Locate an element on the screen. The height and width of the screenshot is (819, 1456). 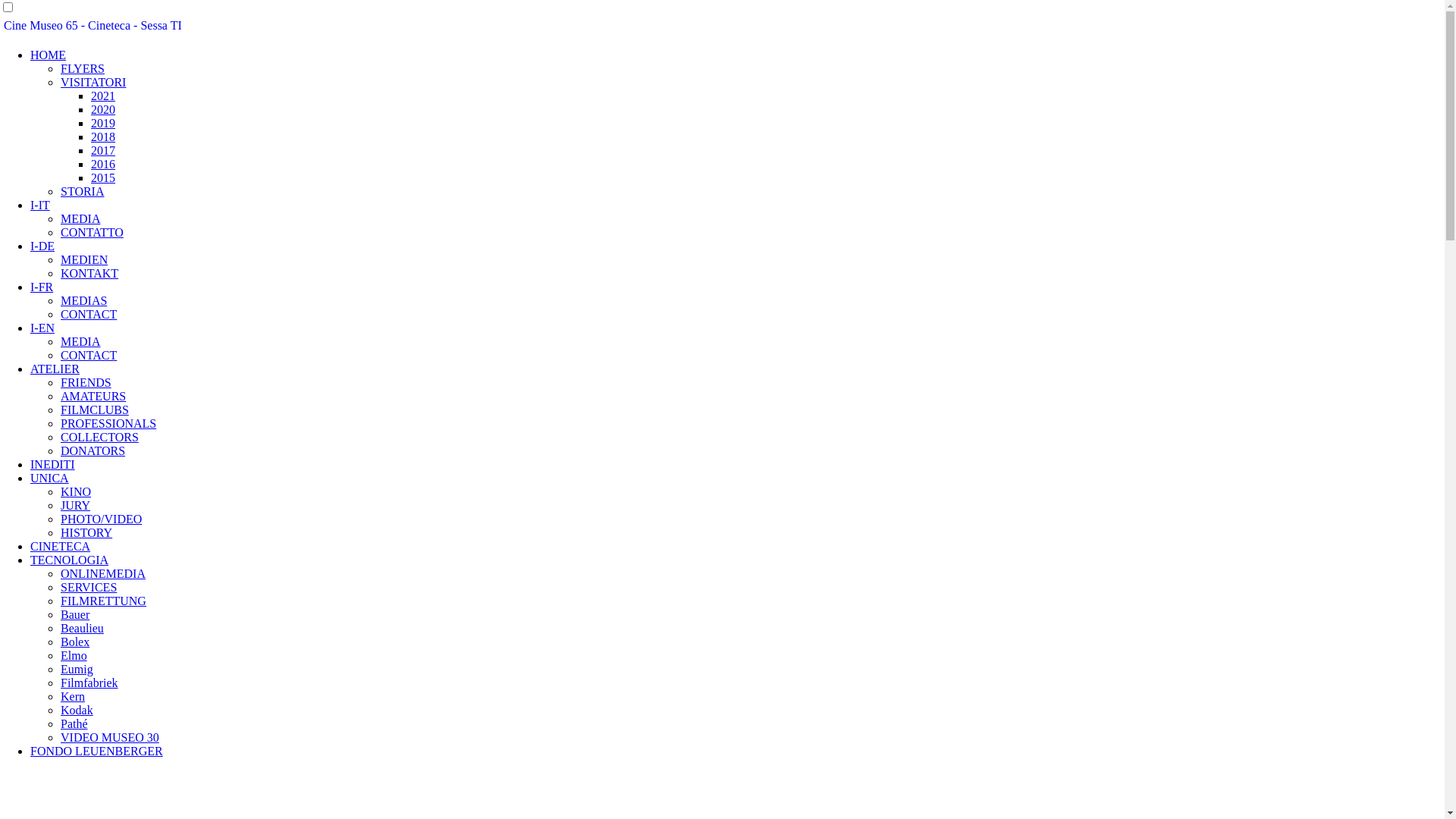
'CONTACT' is located at coordinates (61, 313).